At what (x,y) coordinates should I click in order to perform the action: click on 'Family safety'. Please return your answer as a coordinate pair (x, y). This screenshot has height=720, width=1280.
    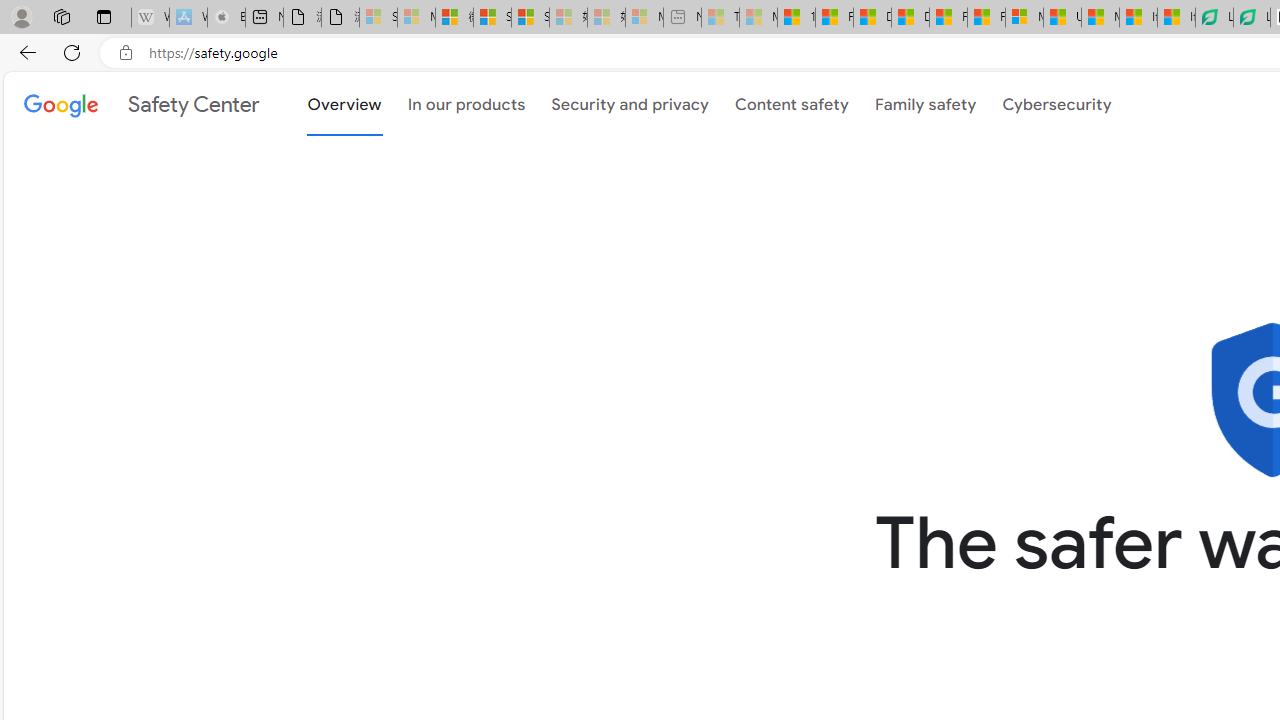
    Looking at the image, I should click on (924, 102).